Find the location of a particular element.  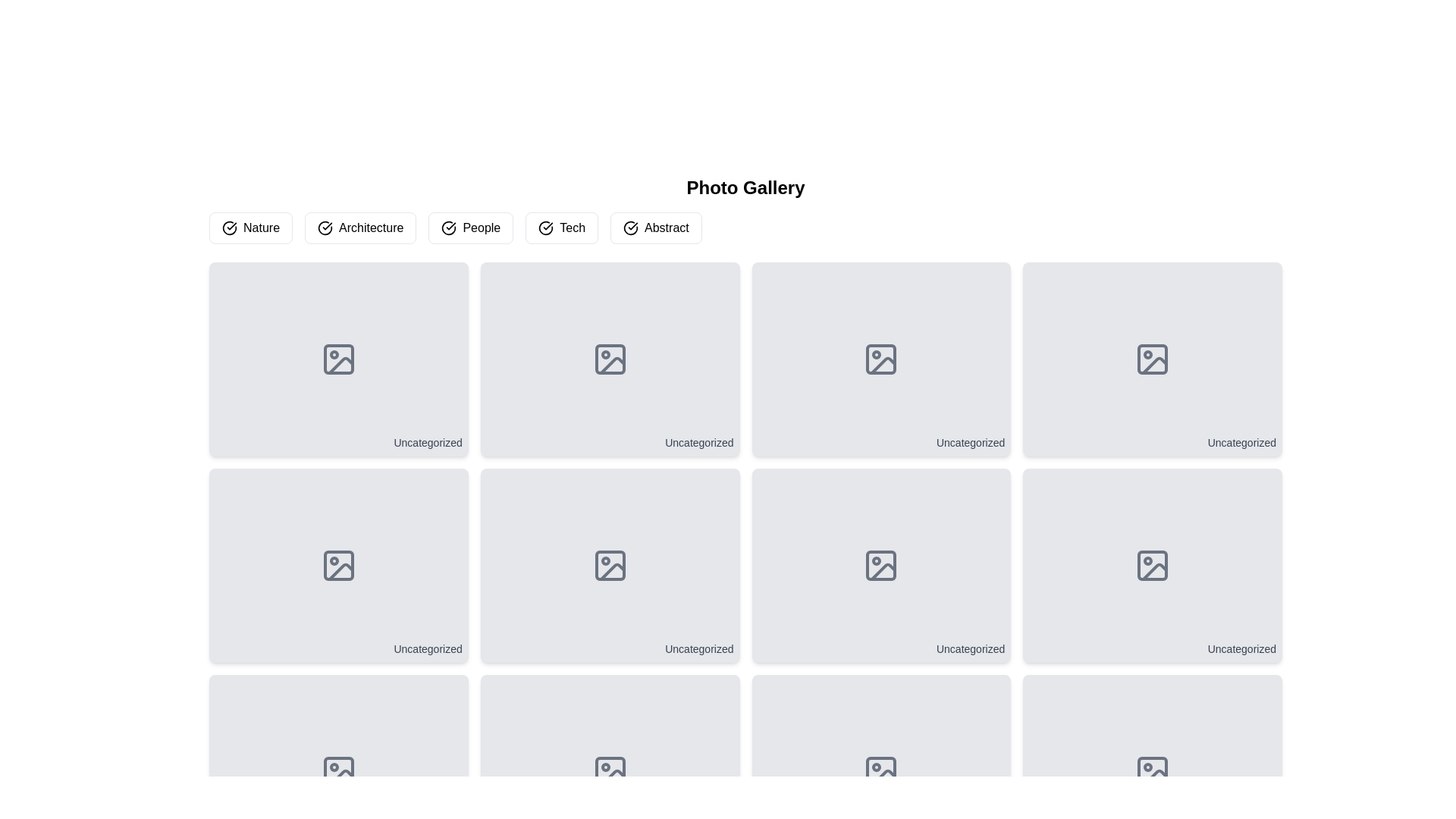

the text label located at the bottom-right corner of the second card in the second row of the grid layout is located at coordinates (427, 648).